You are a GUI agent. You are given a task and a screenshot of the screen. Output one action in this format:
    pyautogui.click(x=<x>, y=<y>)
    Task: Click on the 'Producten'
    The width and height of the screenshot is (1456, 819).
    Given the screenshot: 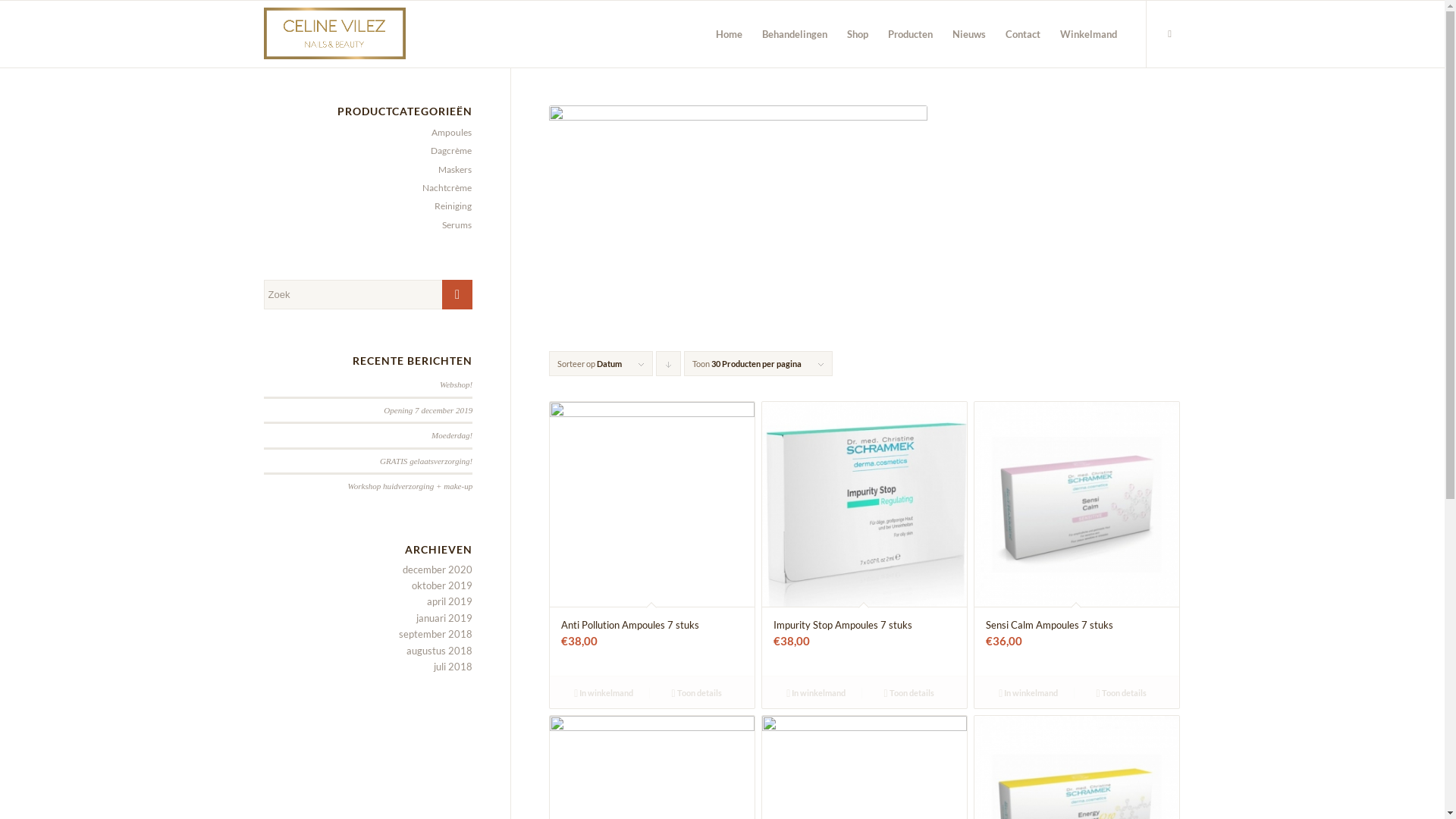 What is the action you would take?
    pyautogui.click(x=910, y=34)
    